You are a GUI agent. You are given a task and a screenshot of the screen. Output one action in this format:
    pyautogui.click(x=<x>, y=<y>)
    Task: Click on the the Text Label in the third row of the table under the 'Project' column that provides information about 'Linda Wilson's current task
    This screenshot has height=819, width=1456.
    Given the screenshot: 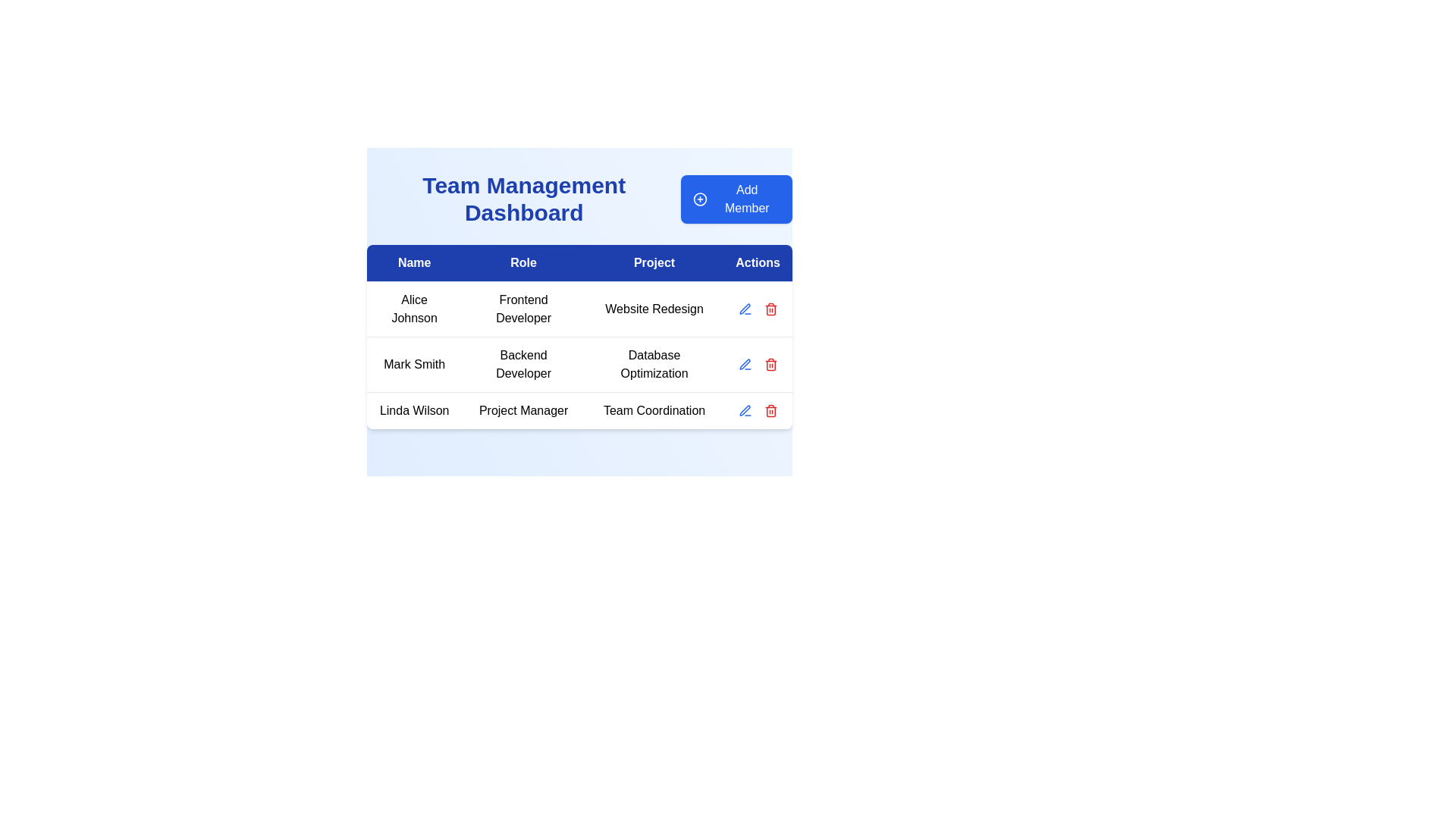 What is the action you would take?
    pyautogui.click(x=654, y=410)
    